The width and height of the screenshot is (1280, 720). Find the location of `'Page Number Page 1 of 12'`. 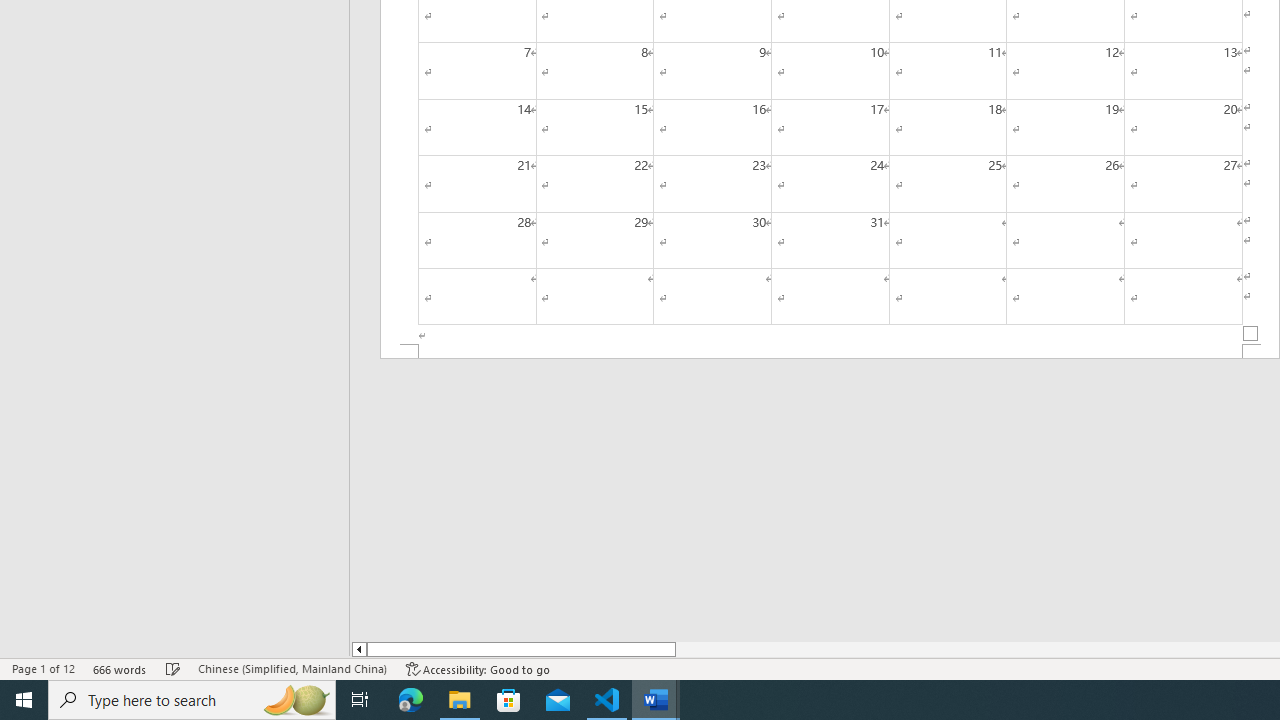

'Page Number Page 1 of 12' is located at coordinates (43, 669).